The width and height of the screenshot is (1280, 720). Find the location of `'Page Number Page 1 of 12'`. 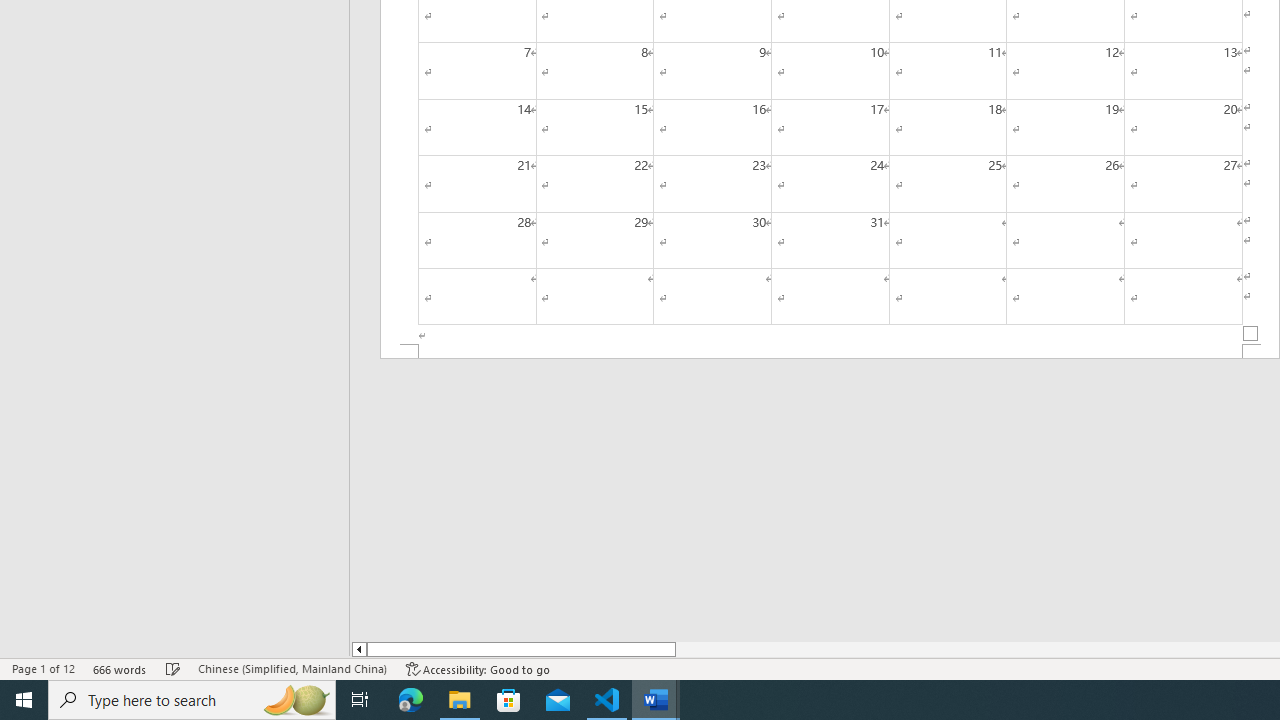

'Page Number Page 1 of 12' is located at coordinates (43, 669).